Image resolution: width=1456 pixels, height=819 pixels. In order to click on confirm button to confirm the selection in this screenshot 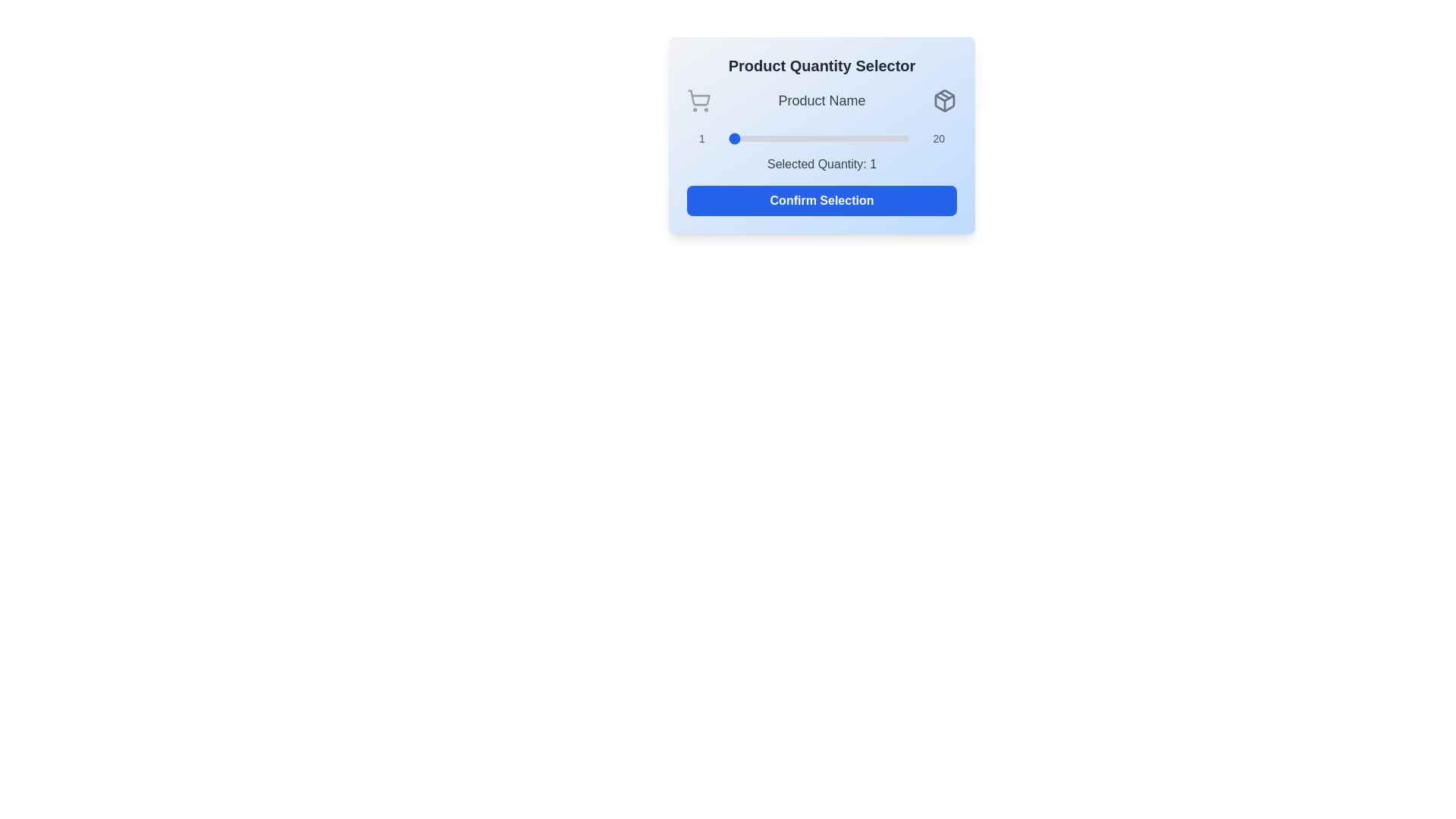, I will do `click(821, 200)`.